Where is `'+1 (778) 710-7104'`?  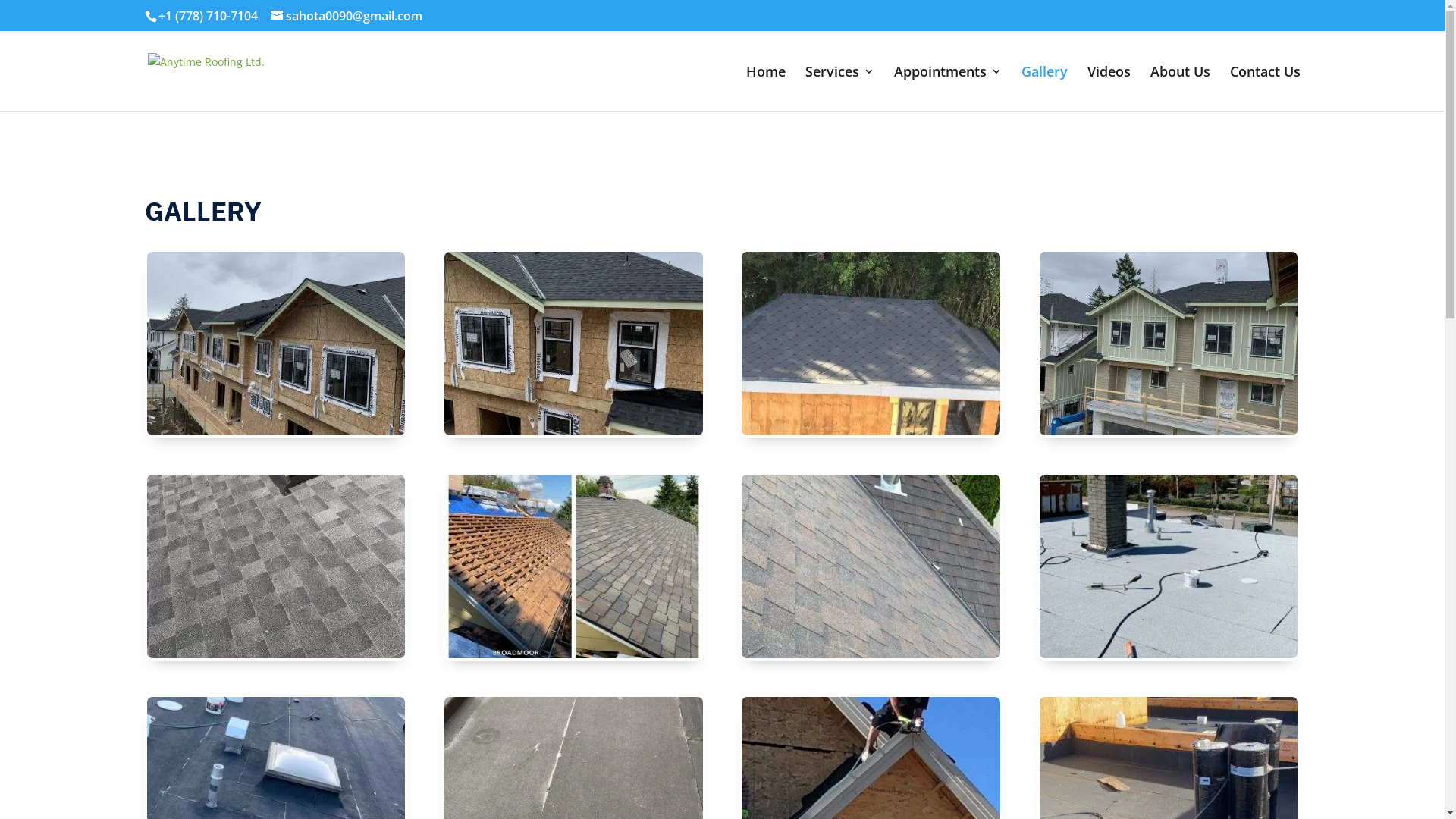
'+1 (778) 710-7104' is located at coordinates (206, 15).